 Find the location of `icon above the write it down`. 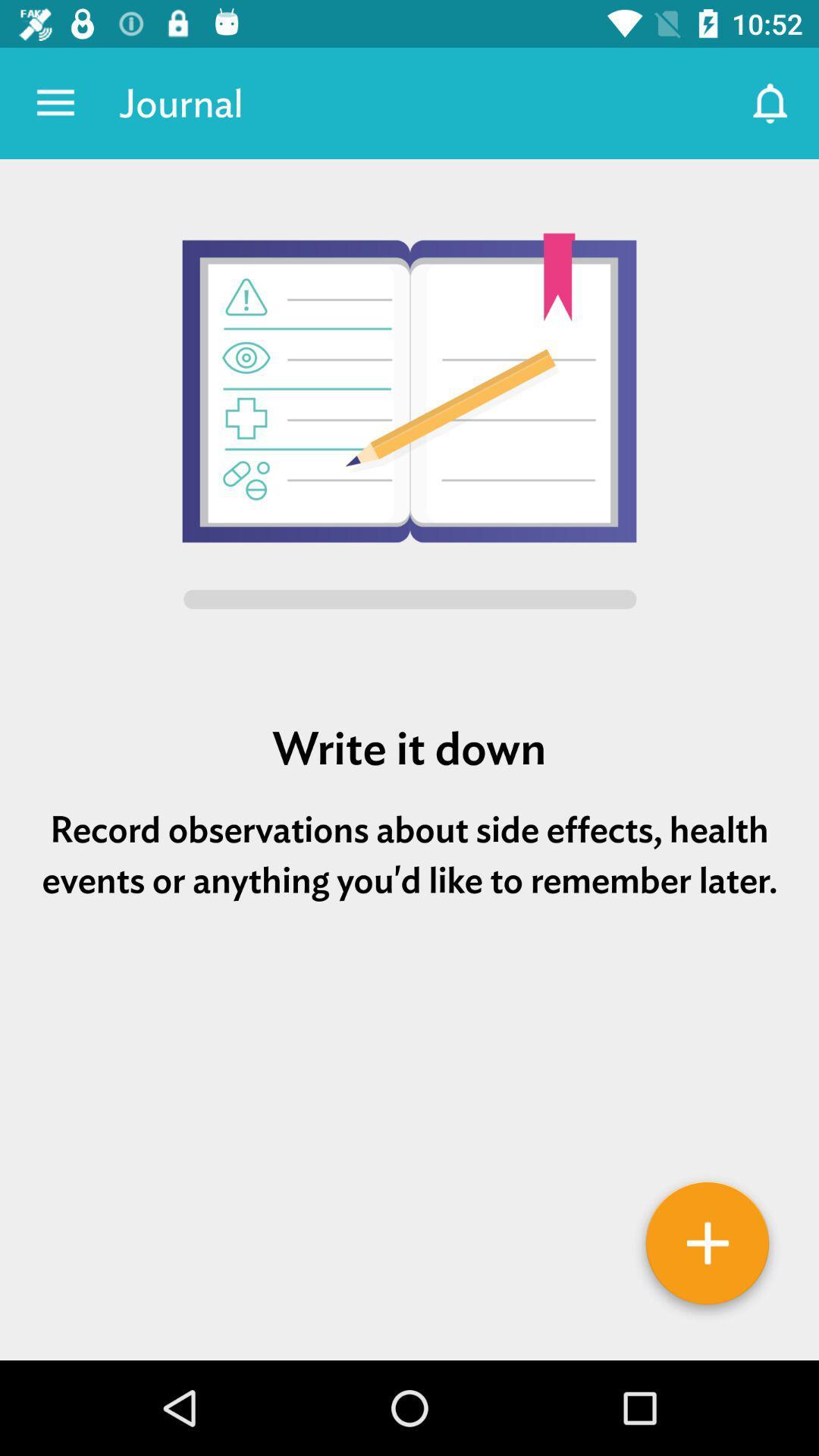

icon above the write it down is located at coordinates (409, 424).